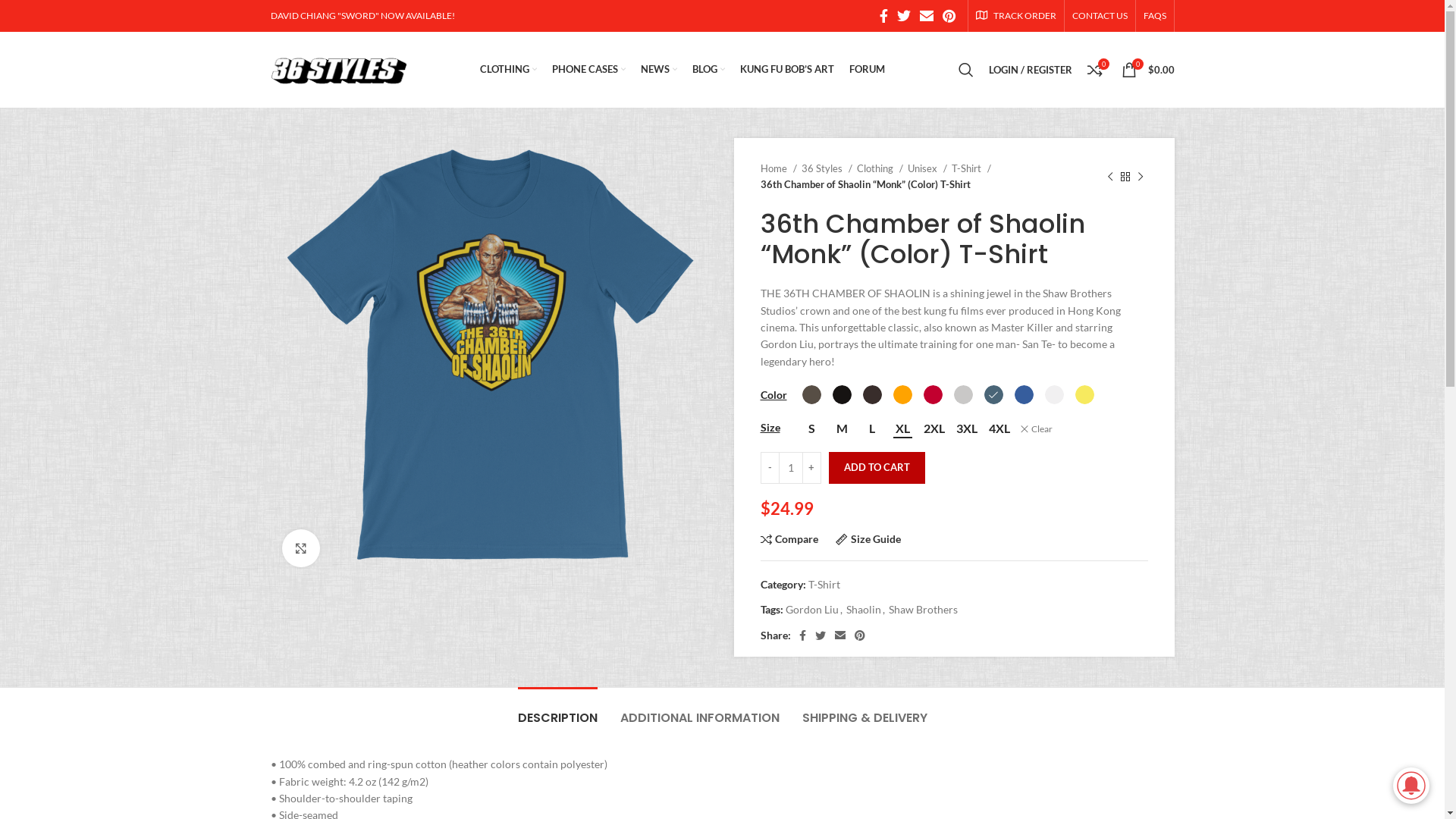 The image size is (1456, 819). What do you see at coordinates (361, 15) in the screenshot?
I see `'DAVID CHIANG "SWORD" NOW AVAILABLE!'` at bounding box center [361, 15].